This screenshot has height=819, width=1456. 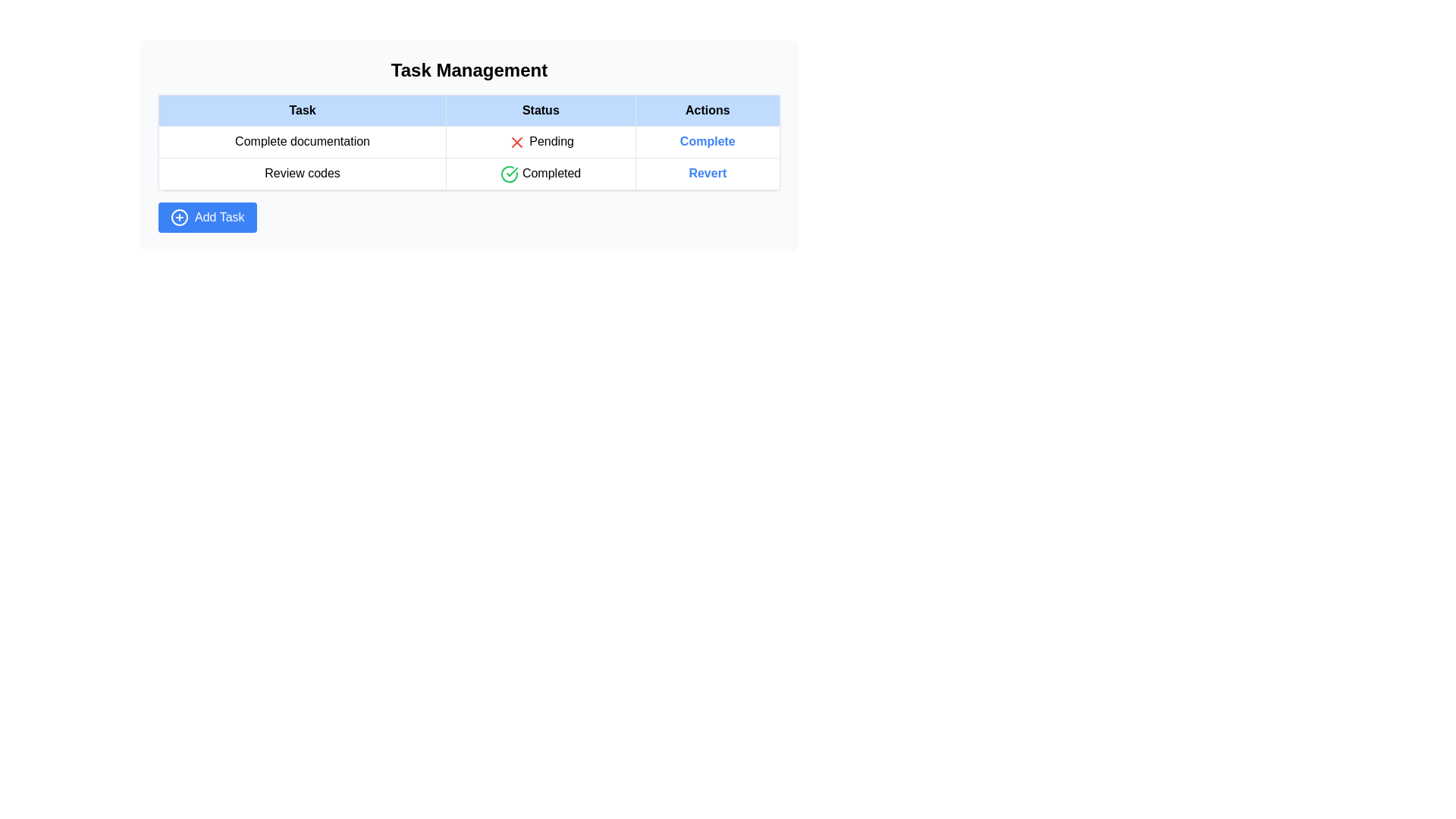 I want to click on the hyperlink in the Actions column of the task management table to initiate the revert action for the task labeled 'Review codes', so click(x=707, y=173).